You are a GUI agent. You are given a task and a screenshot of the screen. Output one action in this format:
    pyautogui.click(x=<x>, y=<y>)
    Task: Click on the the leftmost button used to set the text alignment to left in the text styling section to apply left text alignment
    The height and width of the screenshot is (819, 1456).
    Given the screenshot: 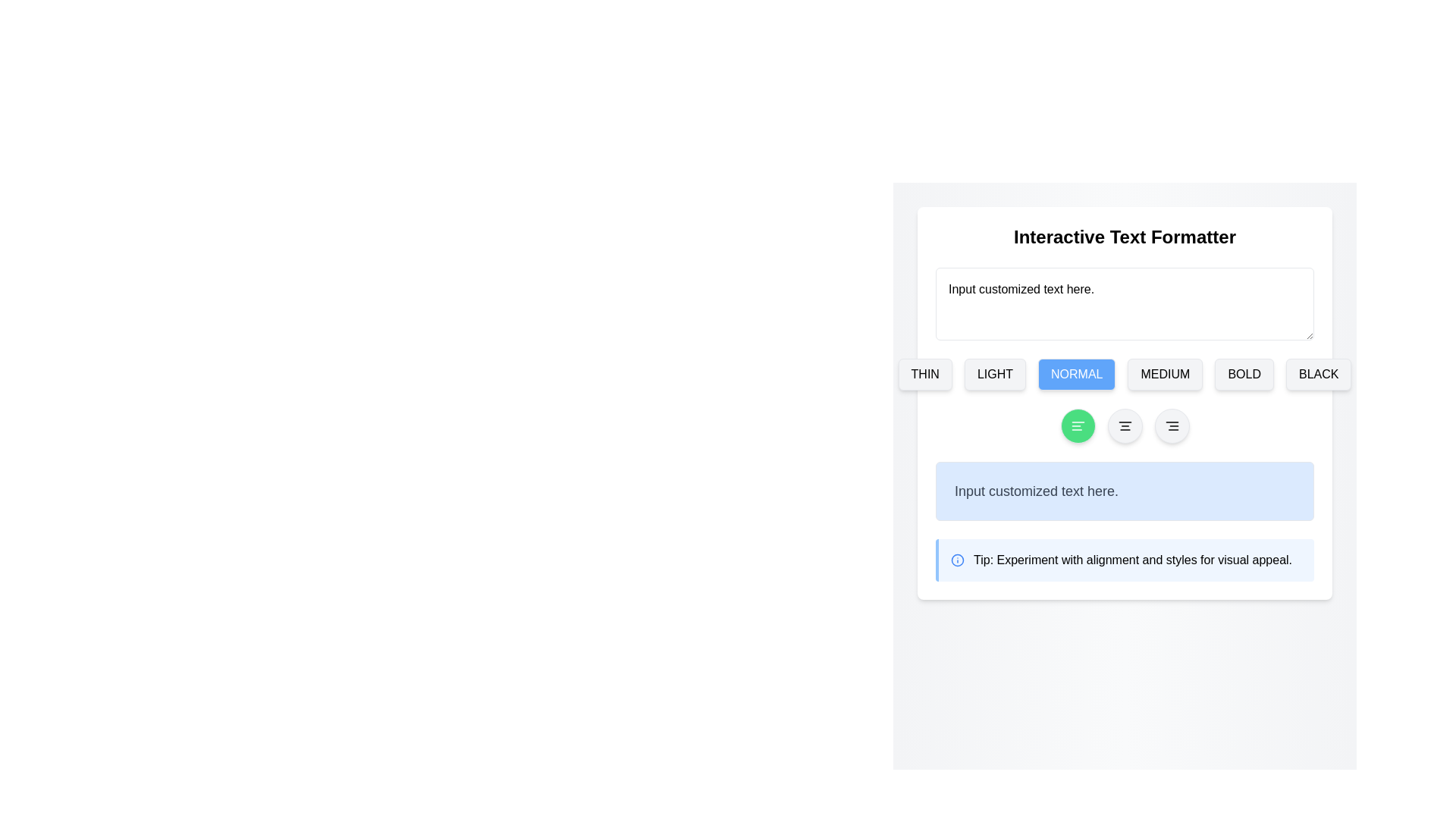 What is the action you would take?
    pyautogui.click(x=1077, y=426)
    